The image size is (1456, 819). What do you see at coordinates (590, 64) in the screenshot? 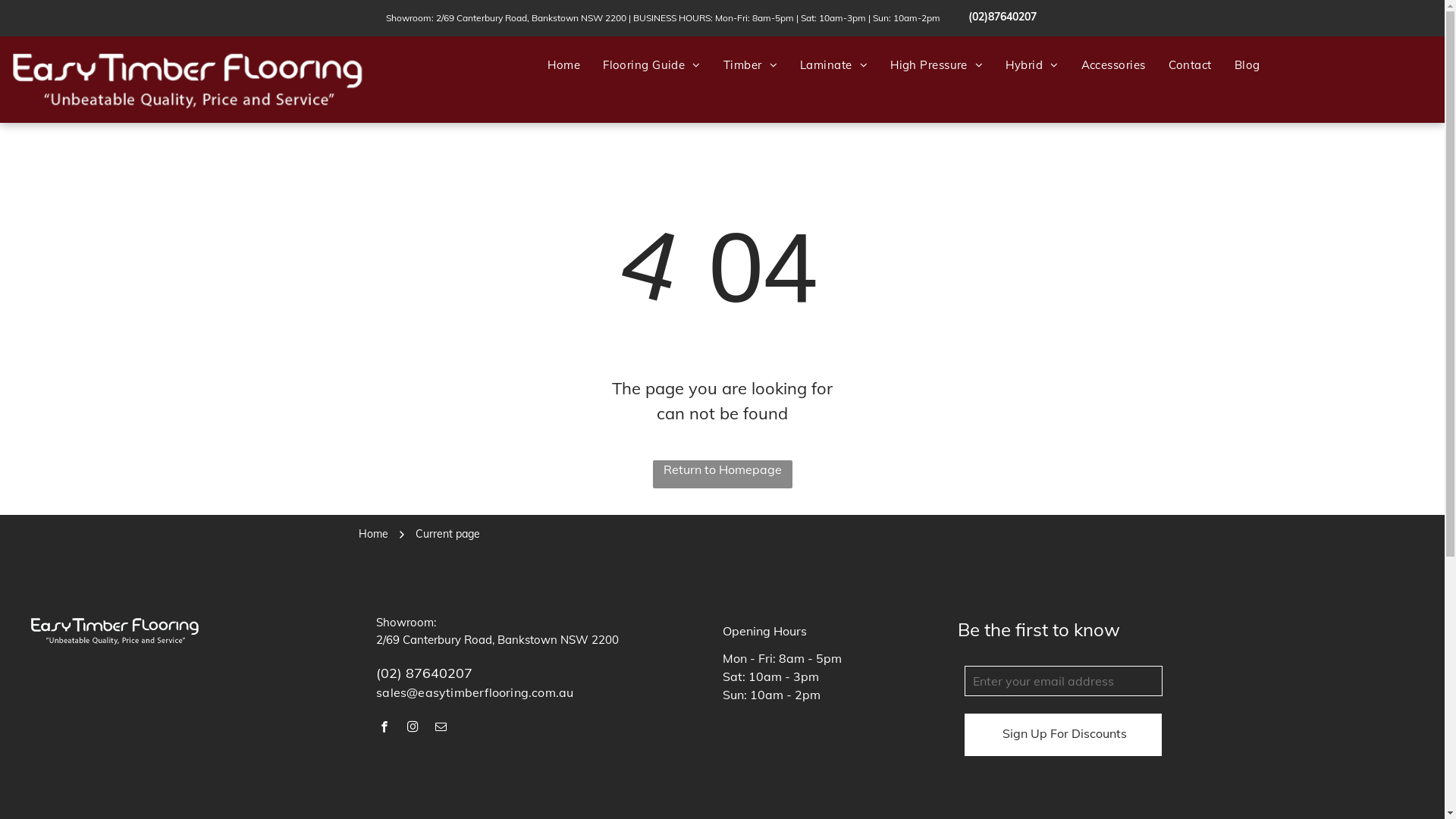
I see `'Flooring Guide'` at bounding box center [590, 64].